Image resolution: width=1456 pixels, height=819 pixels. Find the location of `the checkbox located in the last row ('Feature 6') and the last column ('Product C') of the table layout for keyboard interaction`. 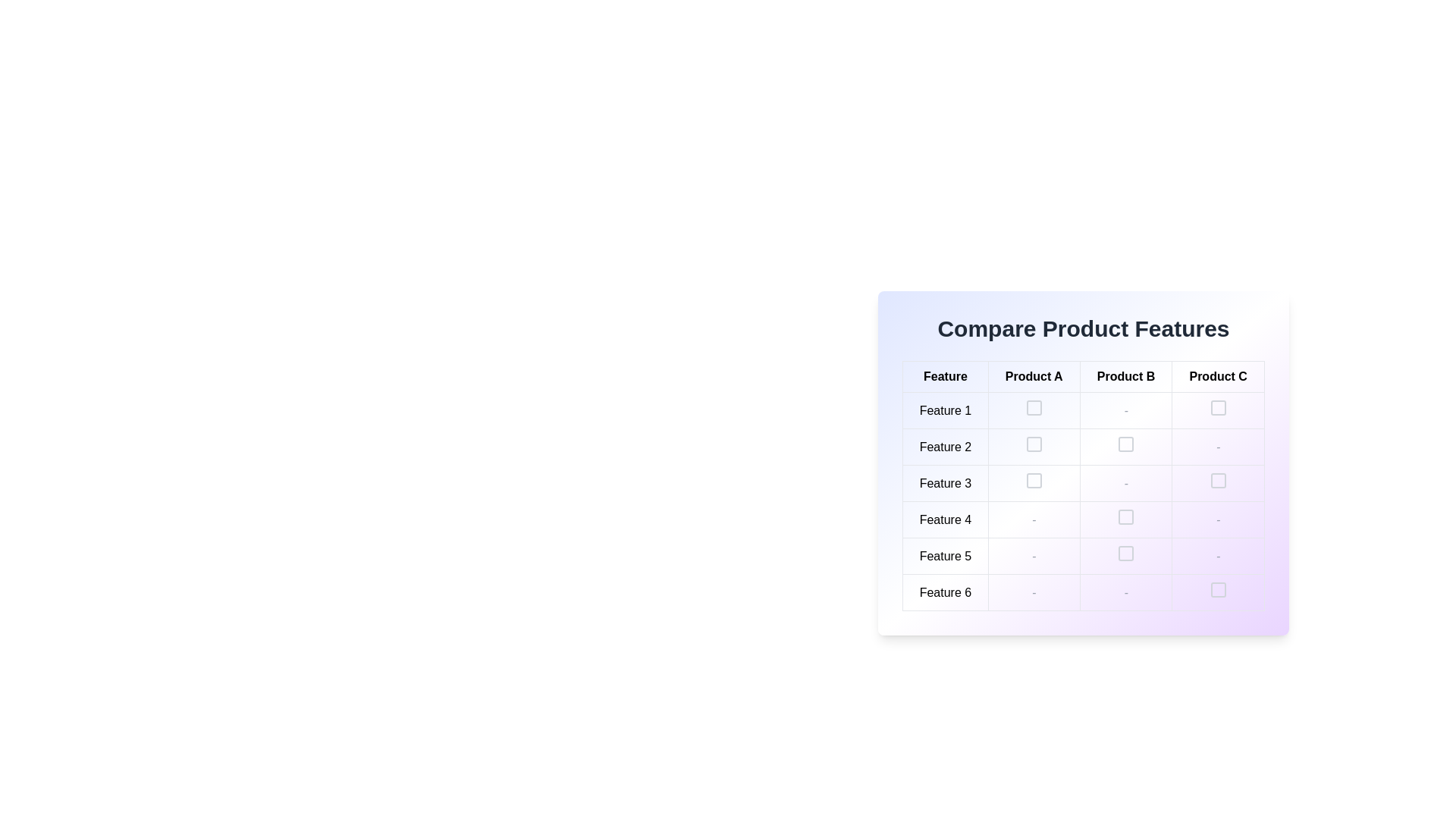

the checkbox located in the last row ('Feature 6') and the last column ('Product C') of the table layout for keyboard interaction is located at coordinates (1218, 589).